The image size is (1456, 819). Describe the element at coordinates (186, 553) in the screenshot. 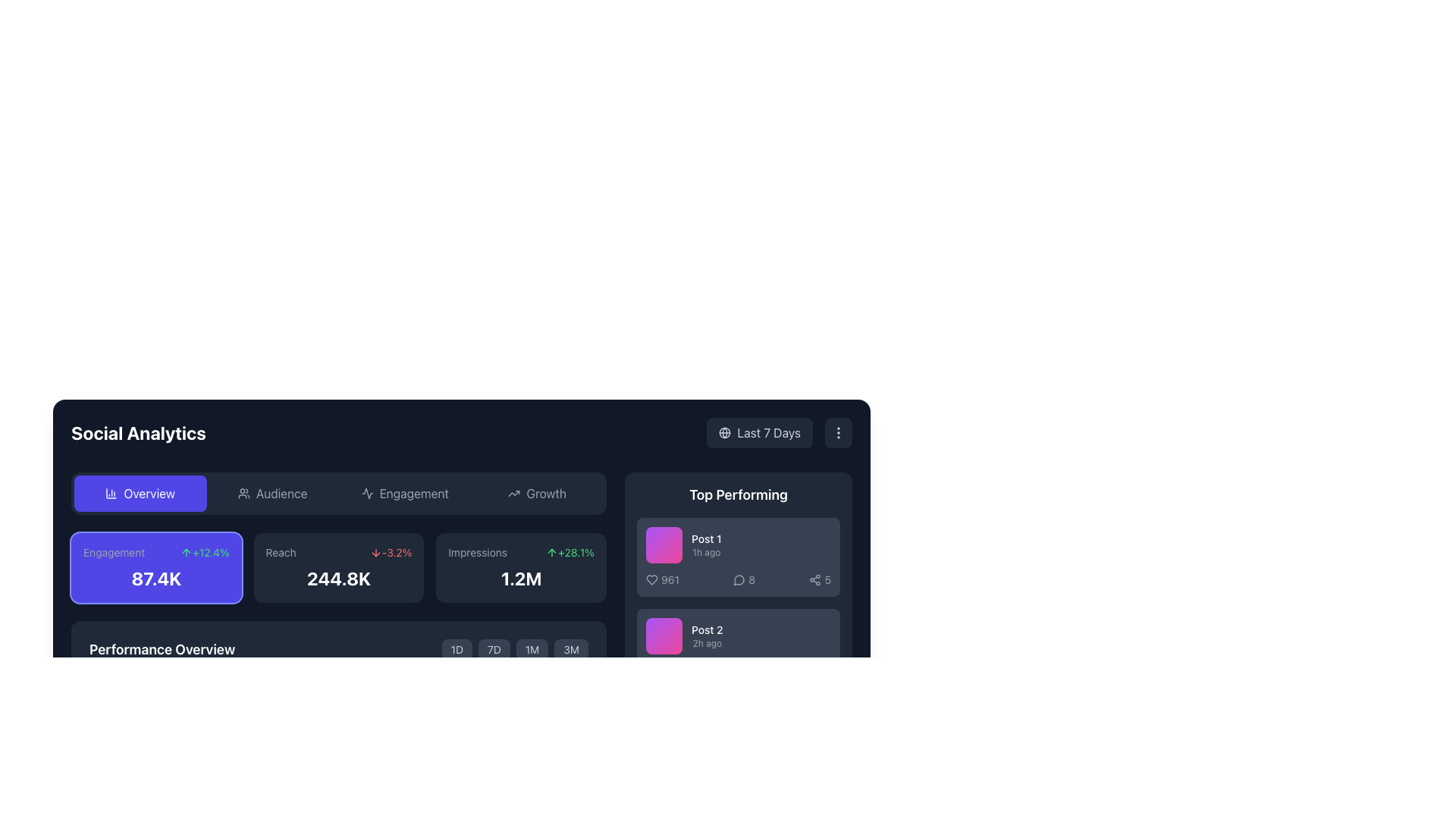

I see `the decorative upward arrow icon, which is located` at that location.